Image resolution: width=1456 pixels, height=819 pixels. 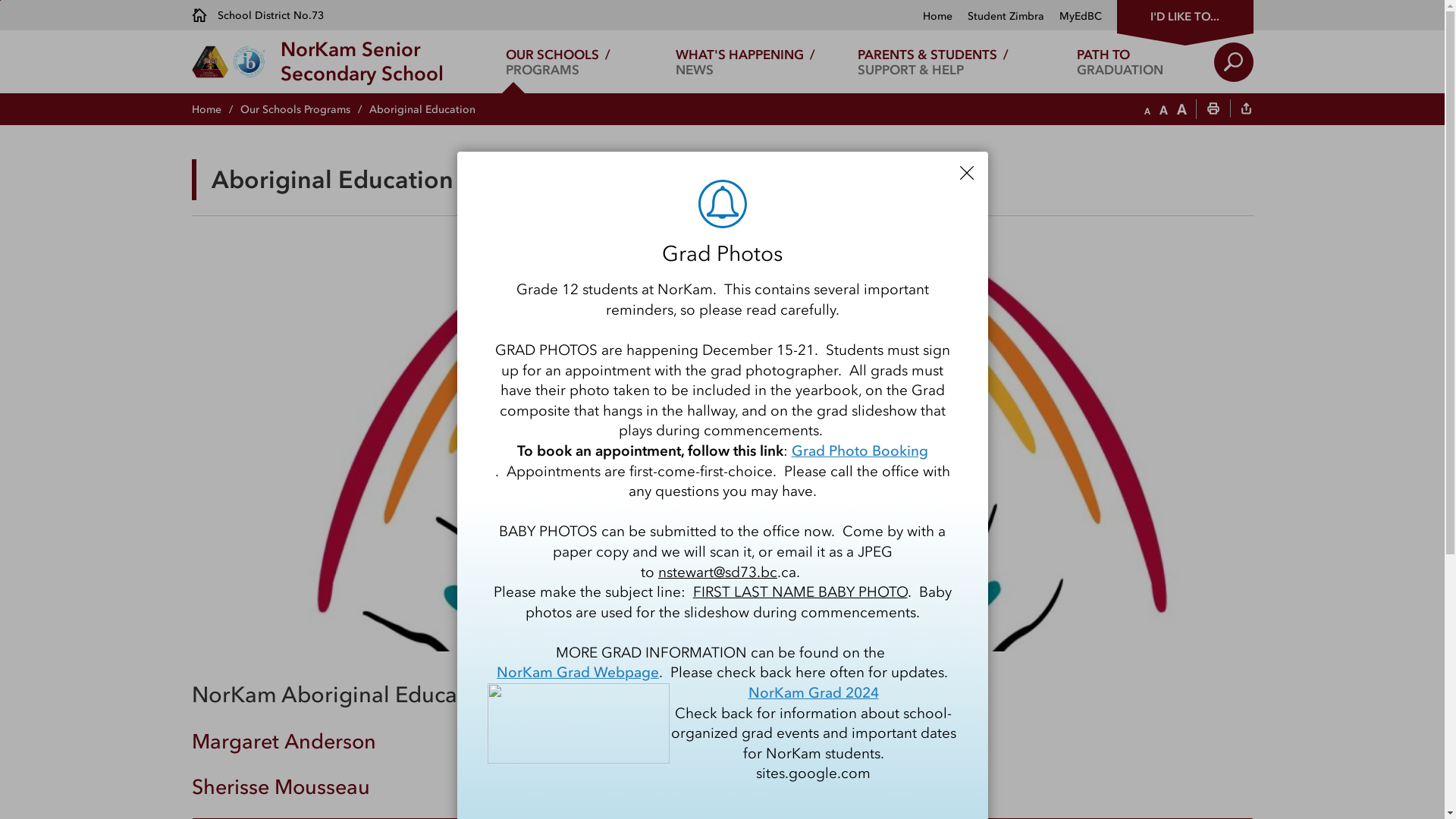 What do you see at coordinates (361, 61) in the screenshot?
I see `'NorKam Senior` at bounding box center [361, 61].